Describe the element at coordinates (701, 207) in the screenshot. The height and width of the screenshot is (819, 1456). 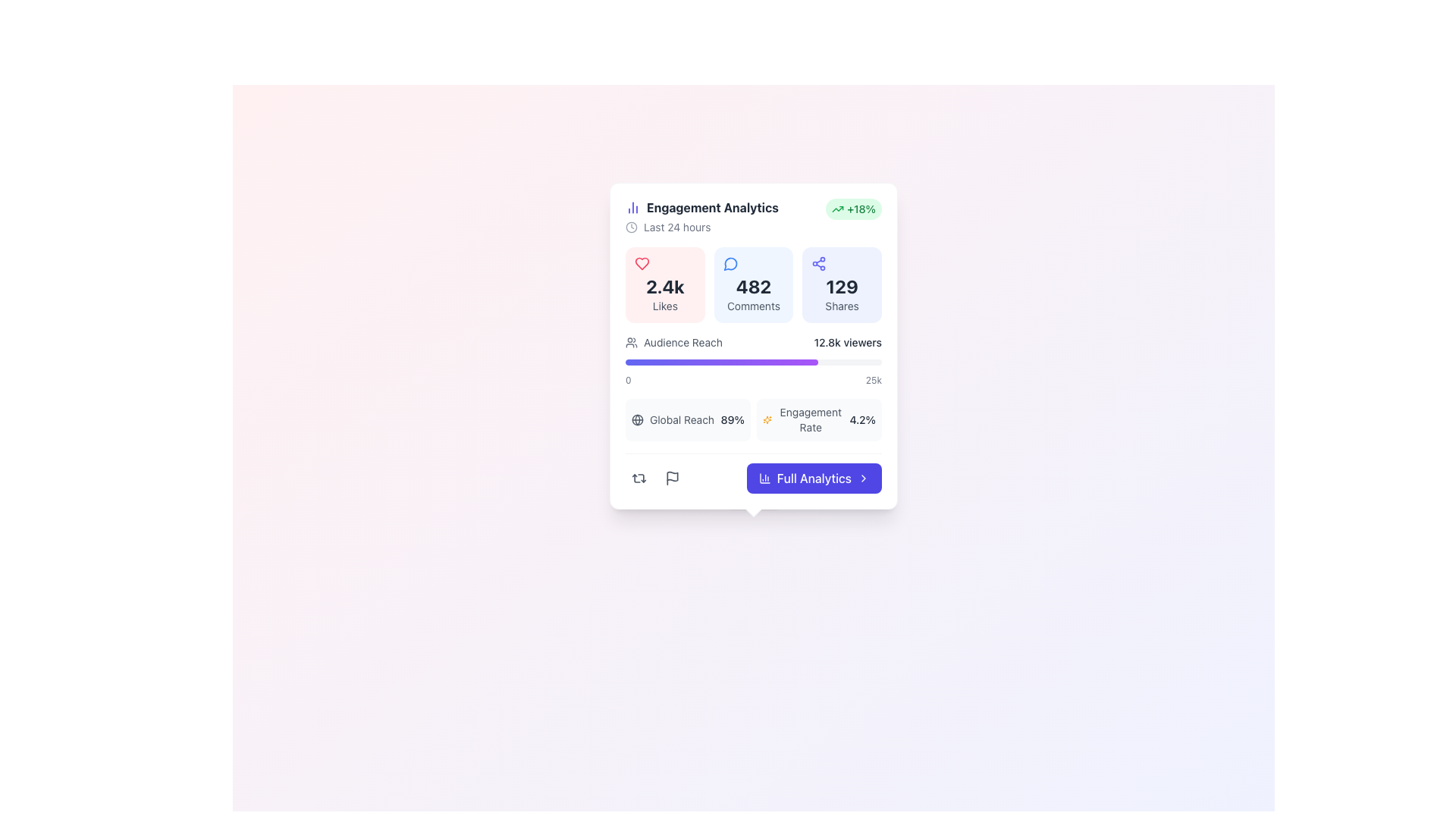
I see `the Label with Icon located at the top-left corner of the analytics card, indicating the content related to analytics data` at that location.